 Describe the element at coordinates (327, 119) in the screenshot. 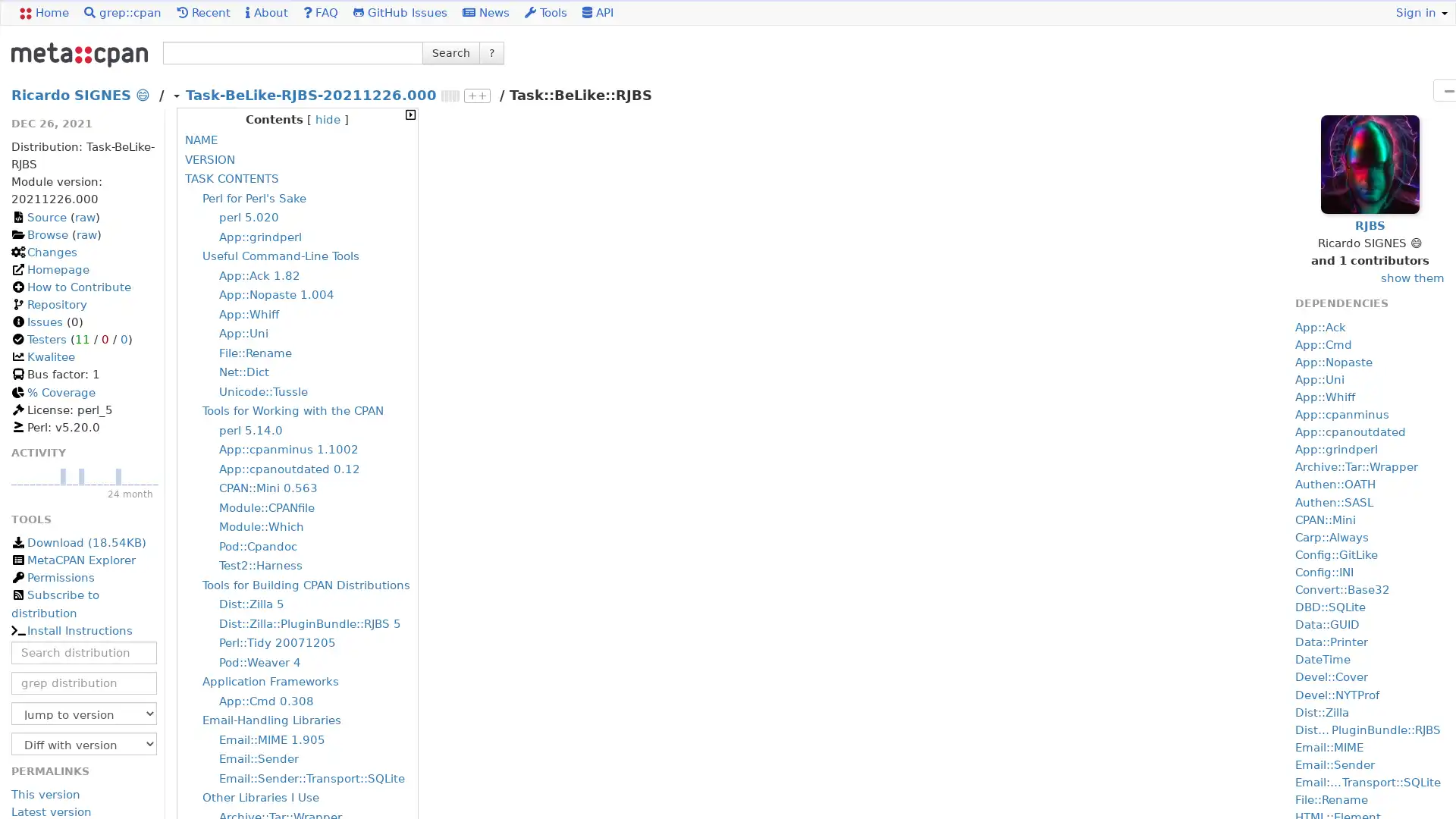

I see `hide` at that location.